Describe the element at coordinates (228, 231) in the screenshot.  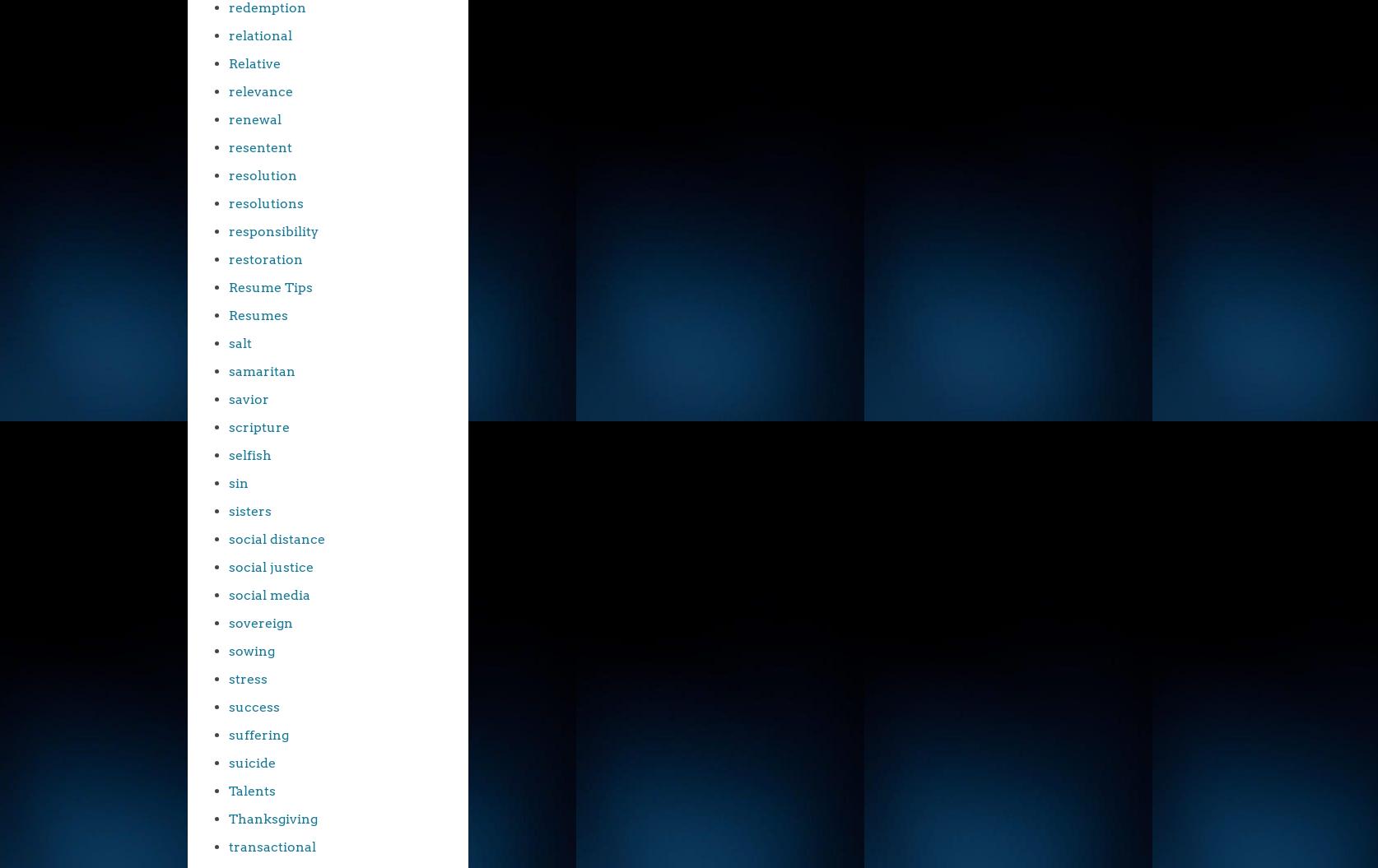
I see `'responsibility'` at that location.